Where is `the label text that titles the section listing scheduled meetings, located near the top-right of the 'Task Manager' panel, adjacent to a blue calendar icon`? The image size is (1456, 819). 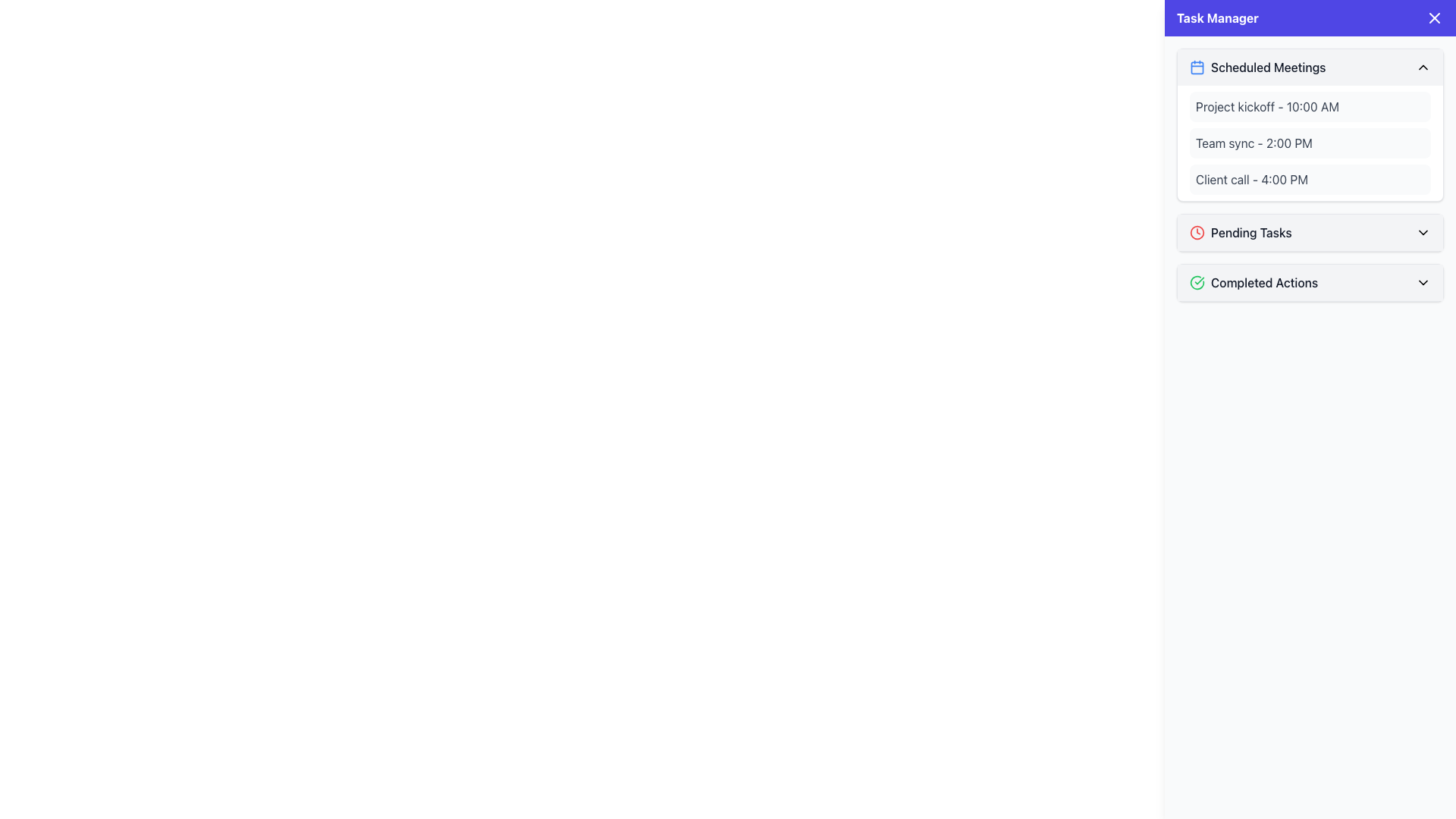 the label text that titles the section listing scheduled meetings, located near the top-right of the 'Task Manager' panel, adjacent to a blue calendar icon is located at coordinates (1268, 66).